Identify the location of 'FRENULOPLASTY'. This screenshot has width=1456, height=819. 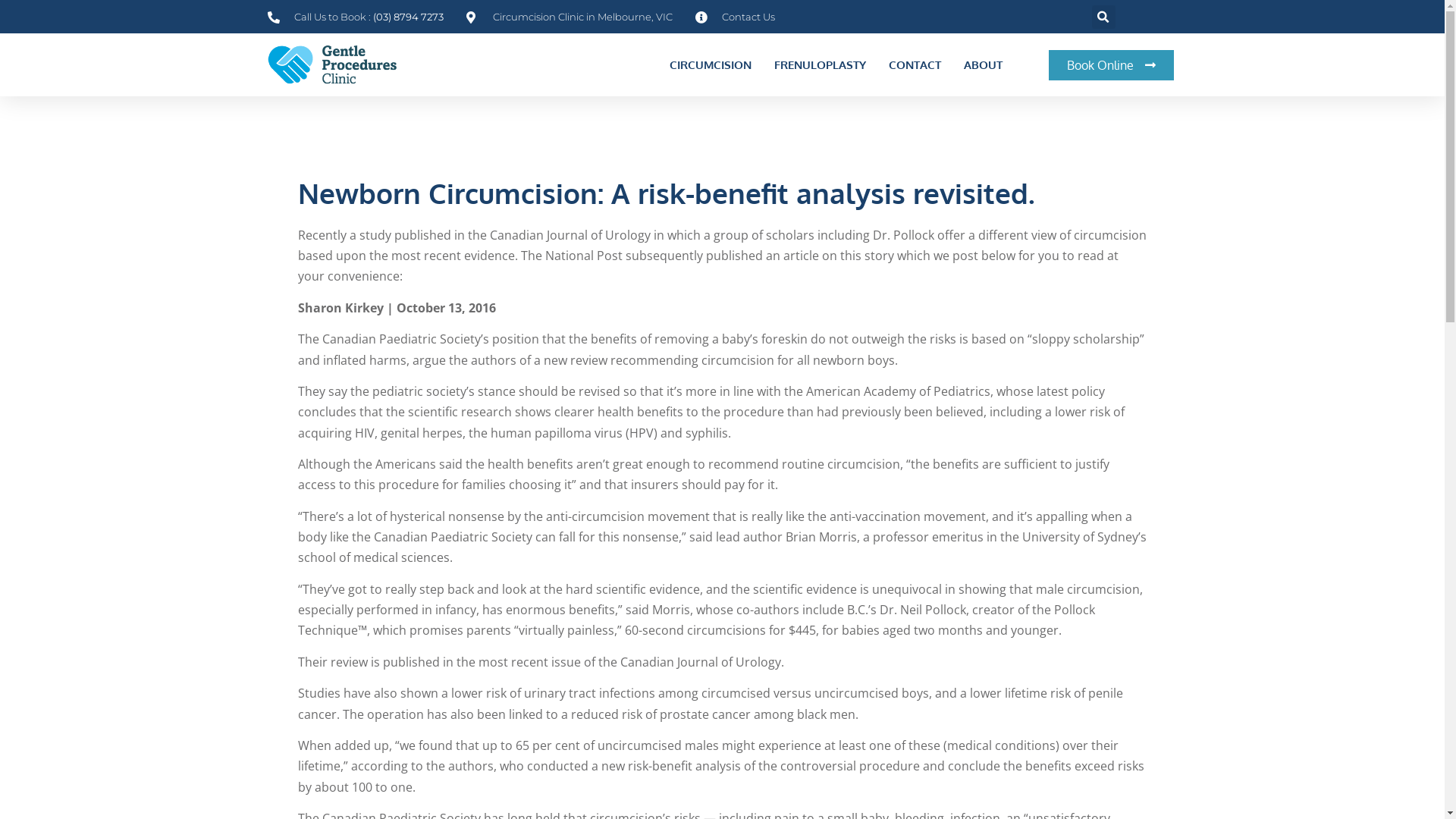
(819, 64).